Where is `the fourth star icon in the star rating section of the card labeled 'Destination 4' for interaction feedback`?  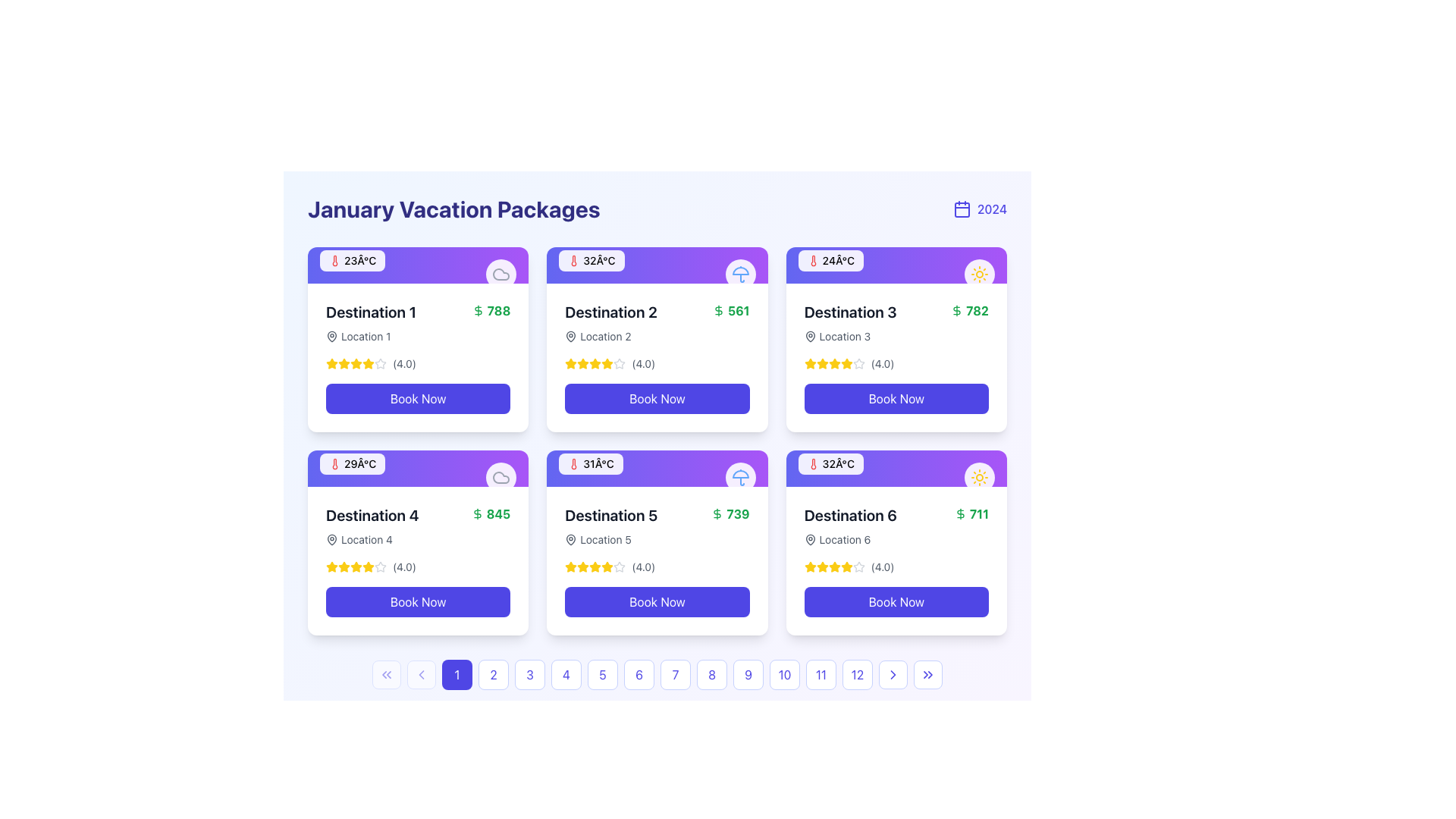
the fourth star icon in the star rating section of the card labeled 'Destination 4' for interaction feedback is located at coordinates (331, 566).